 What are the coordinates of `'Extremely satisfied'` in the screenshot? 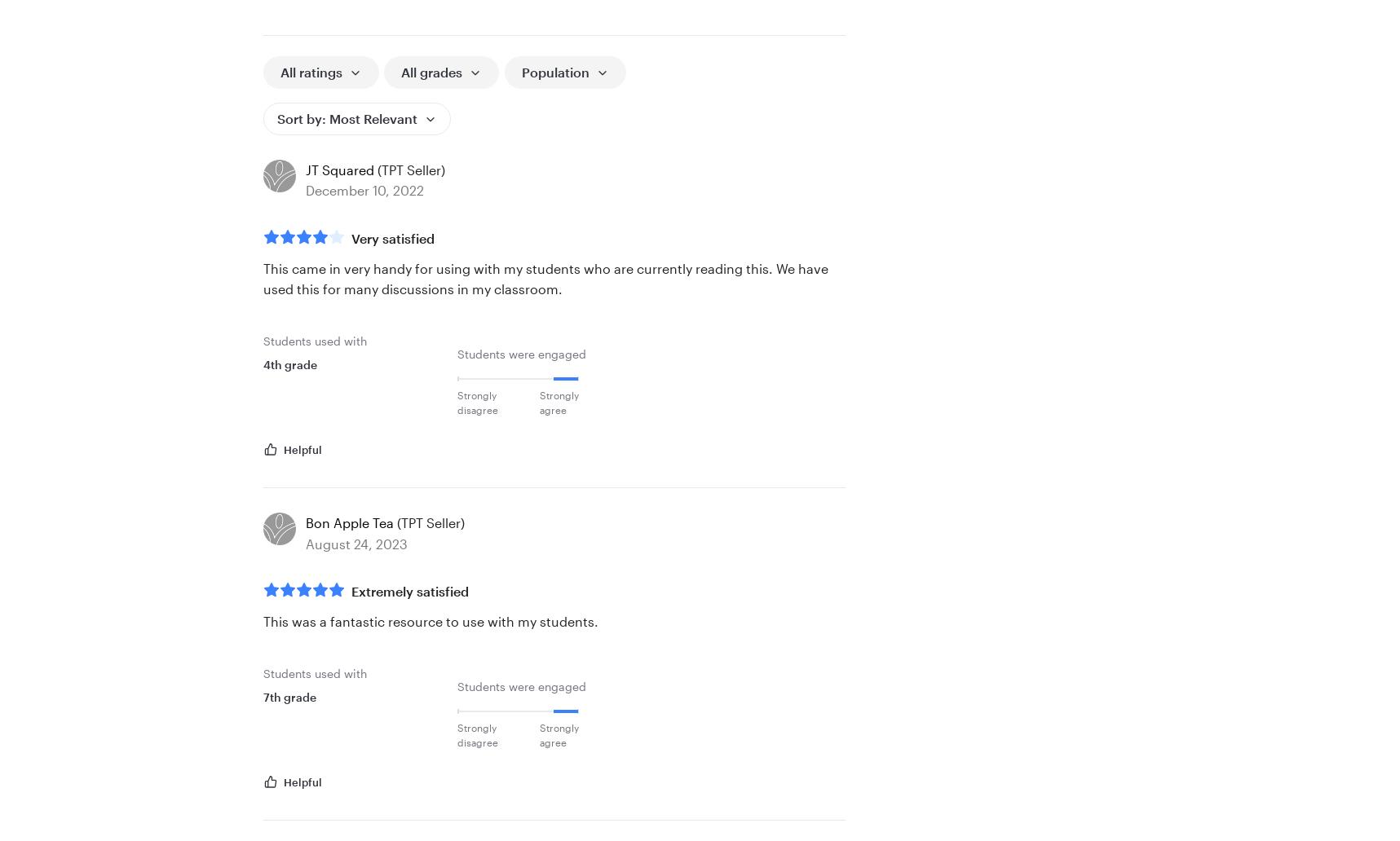 It's located at (409, 590).